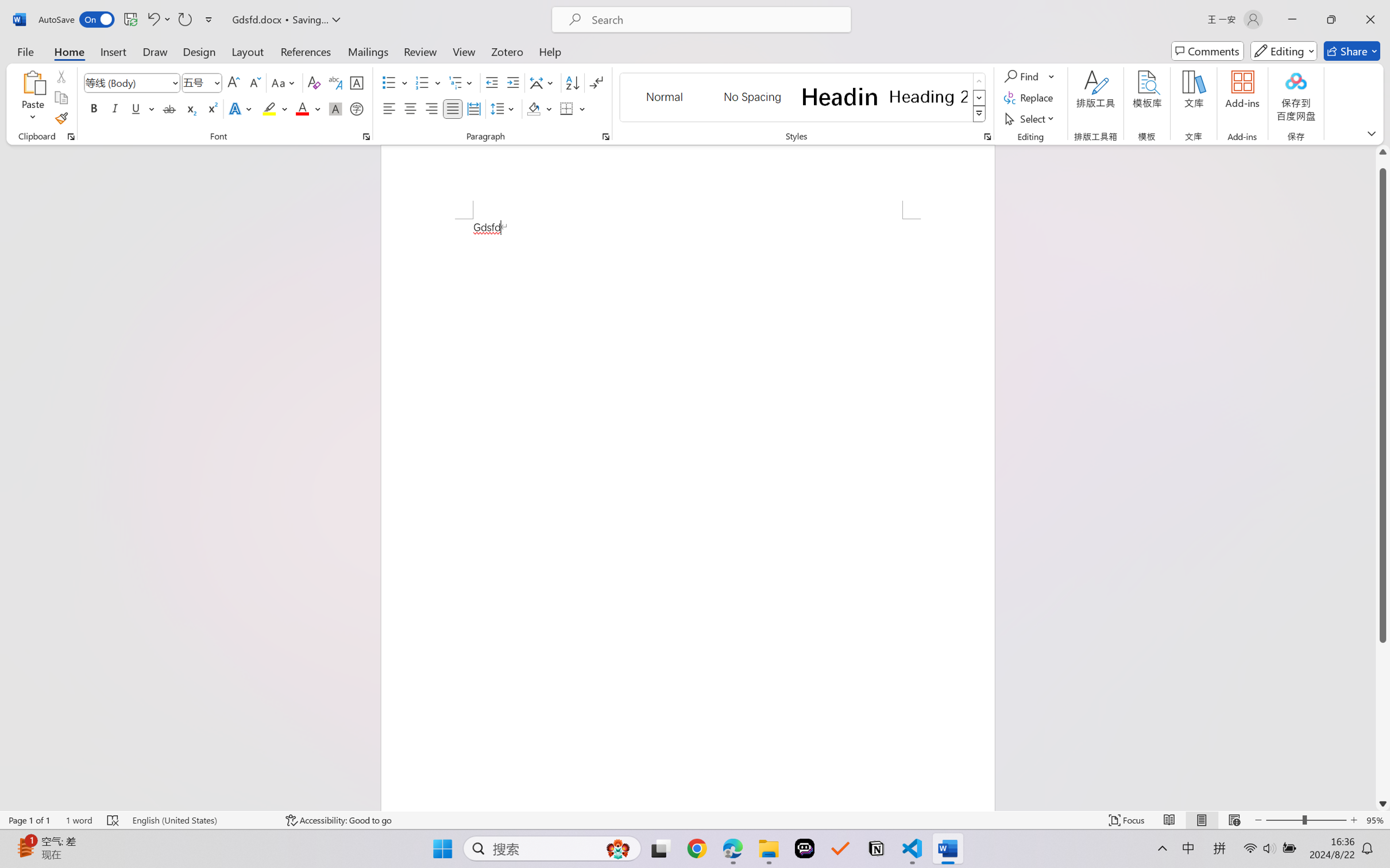 The image size is (1390, 868). I want to click on 'Font Color Red', so click(303, 108).